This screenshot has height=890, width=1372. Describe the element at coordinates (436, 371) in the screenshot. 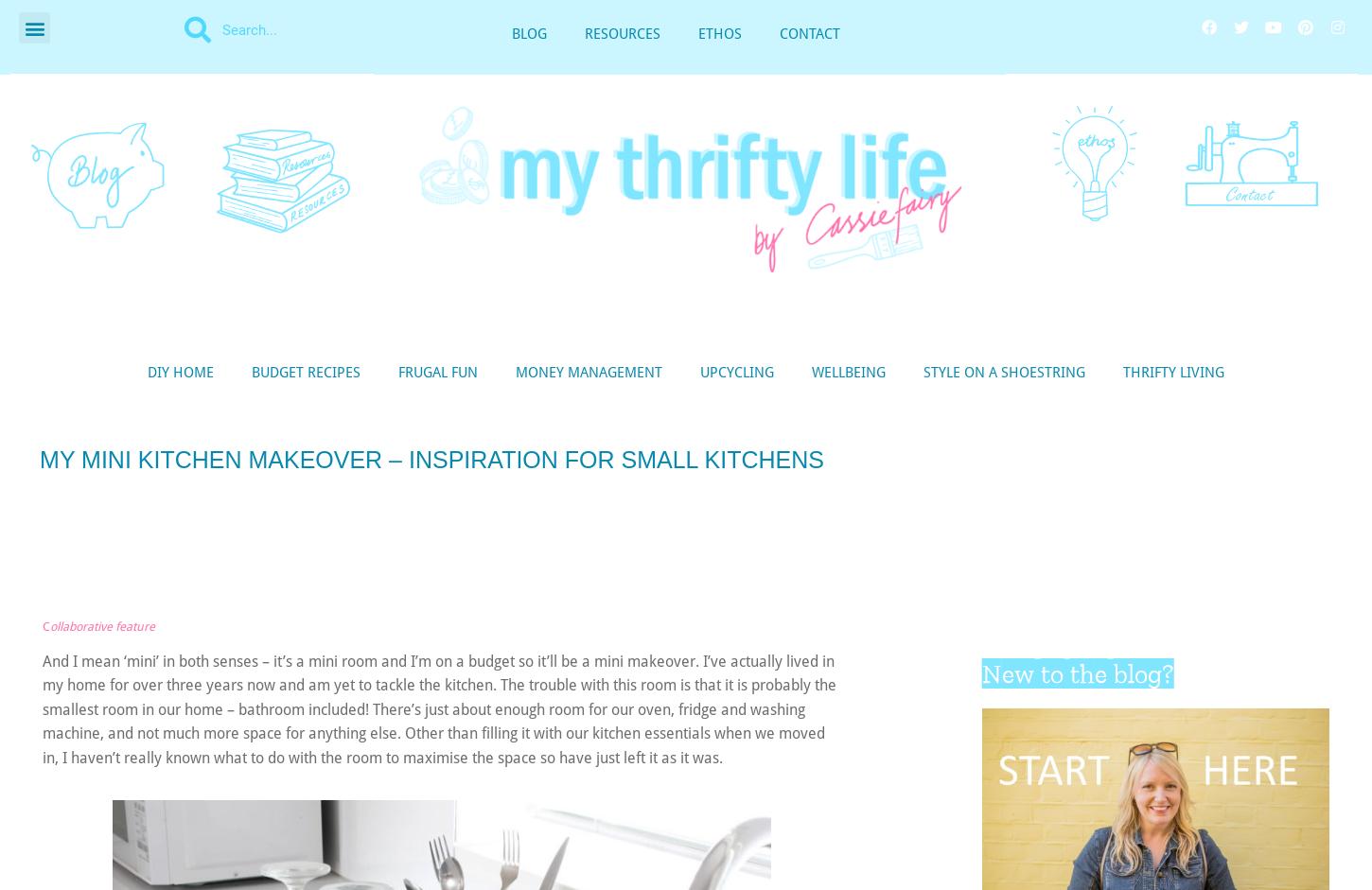

I see `'FRUGAL FUN'` at that location.